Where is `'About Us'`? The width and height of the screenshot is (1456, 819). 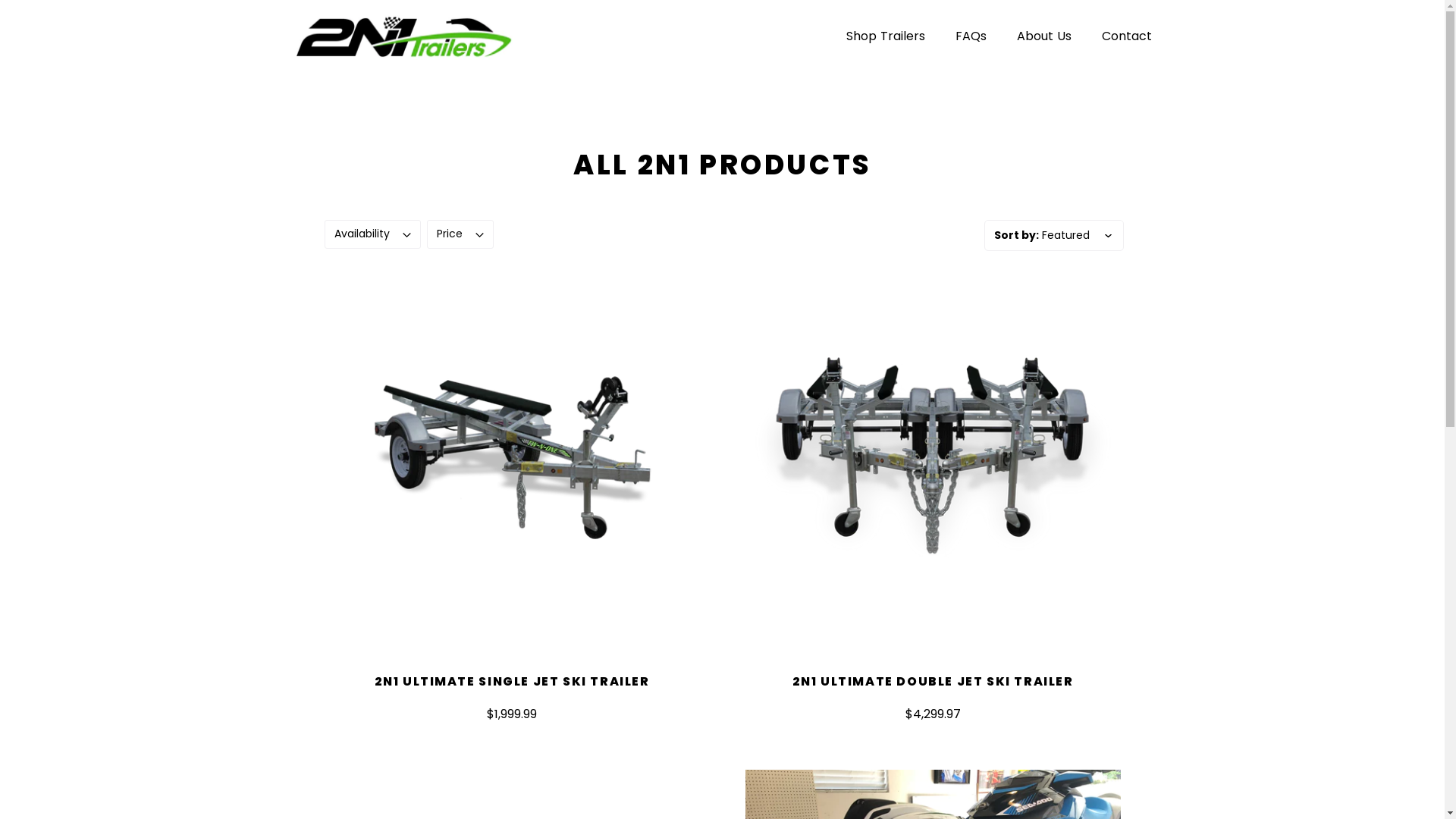
'About Us' is located at coordinates (1001, 35).